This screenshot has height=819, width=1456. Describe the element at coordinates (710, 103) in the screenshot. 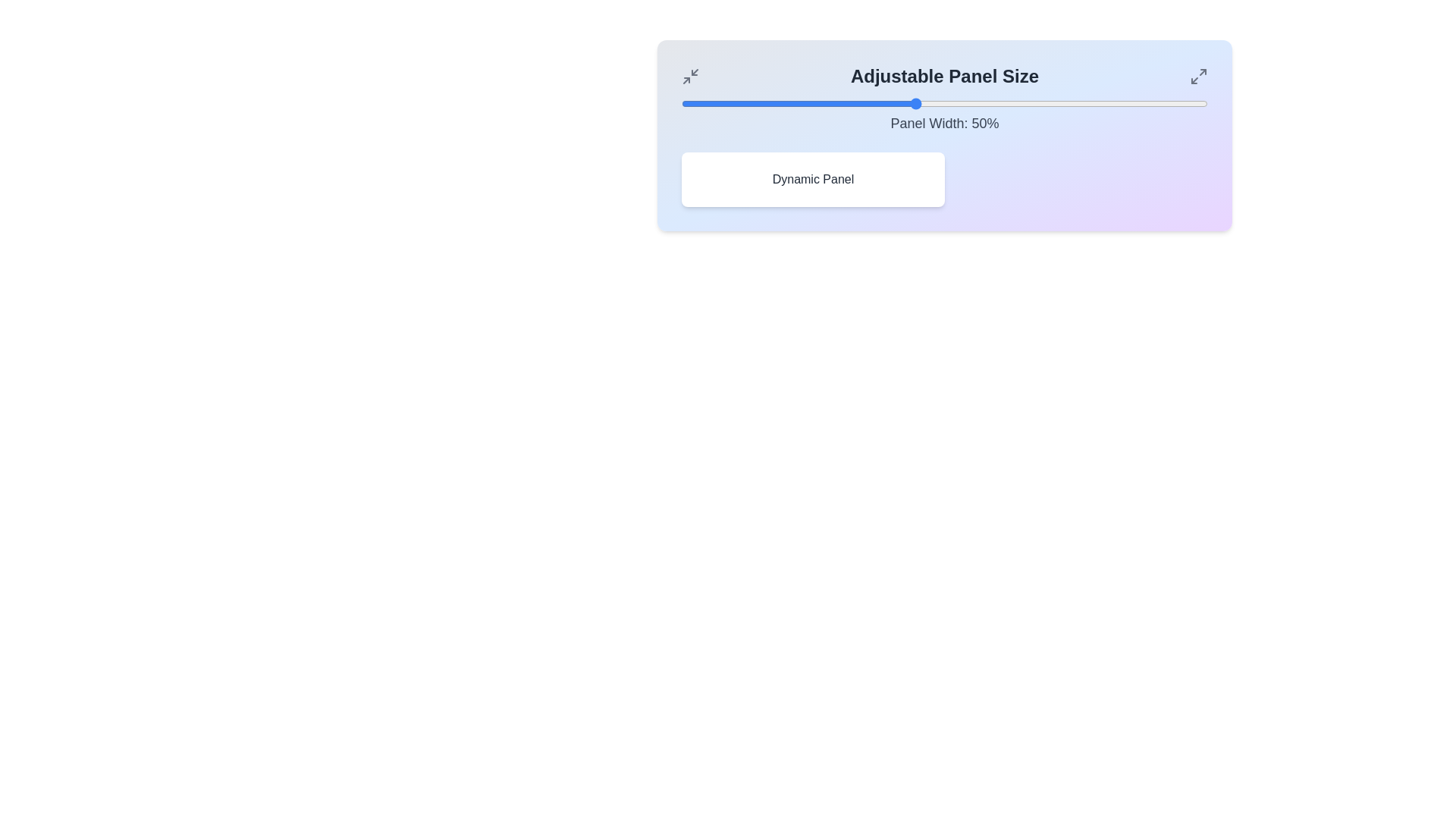

I see `the slider value` at that location.